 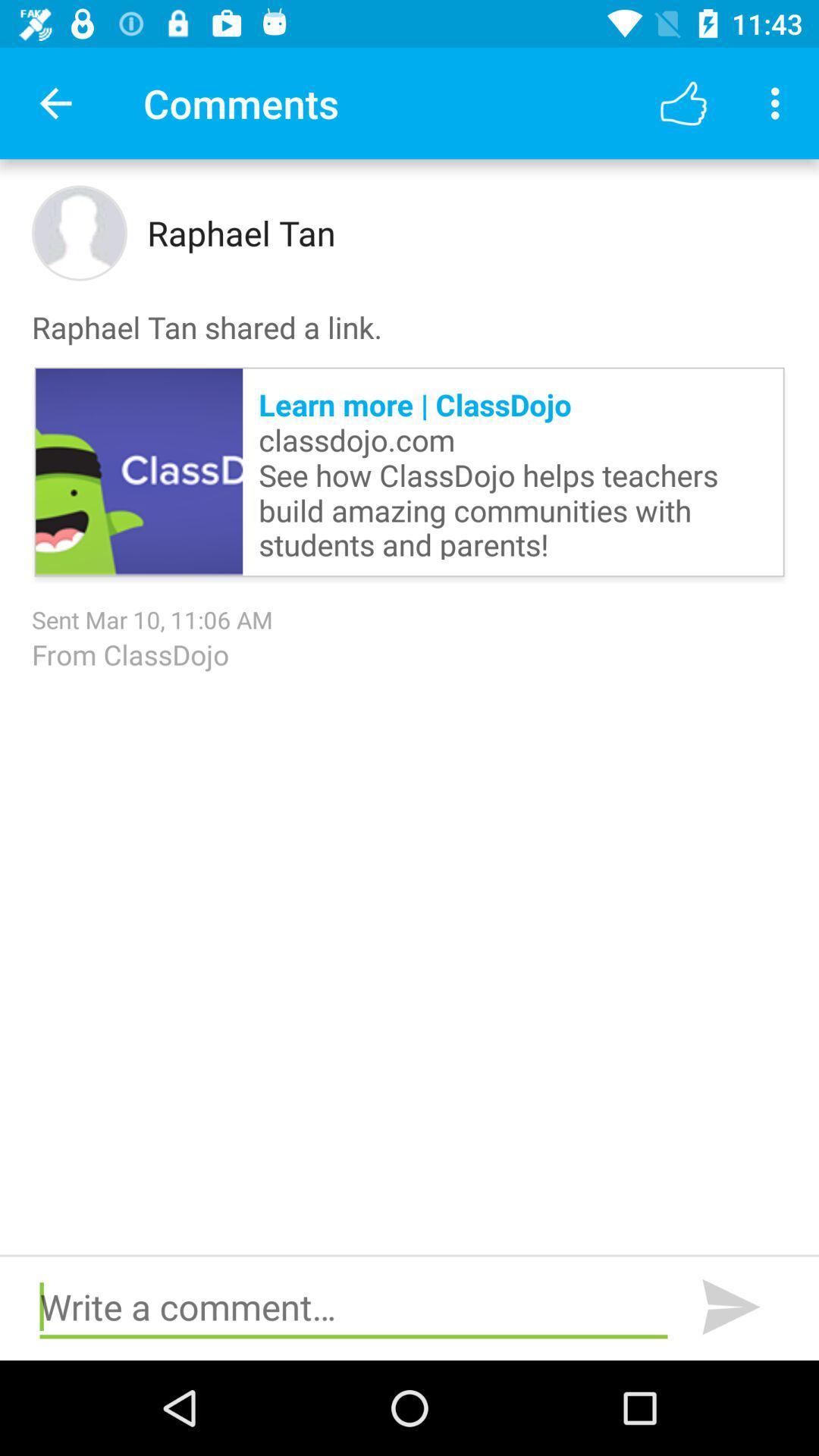 I want to click on item above the raphael tan shared icon, so click(x=779, y=102).